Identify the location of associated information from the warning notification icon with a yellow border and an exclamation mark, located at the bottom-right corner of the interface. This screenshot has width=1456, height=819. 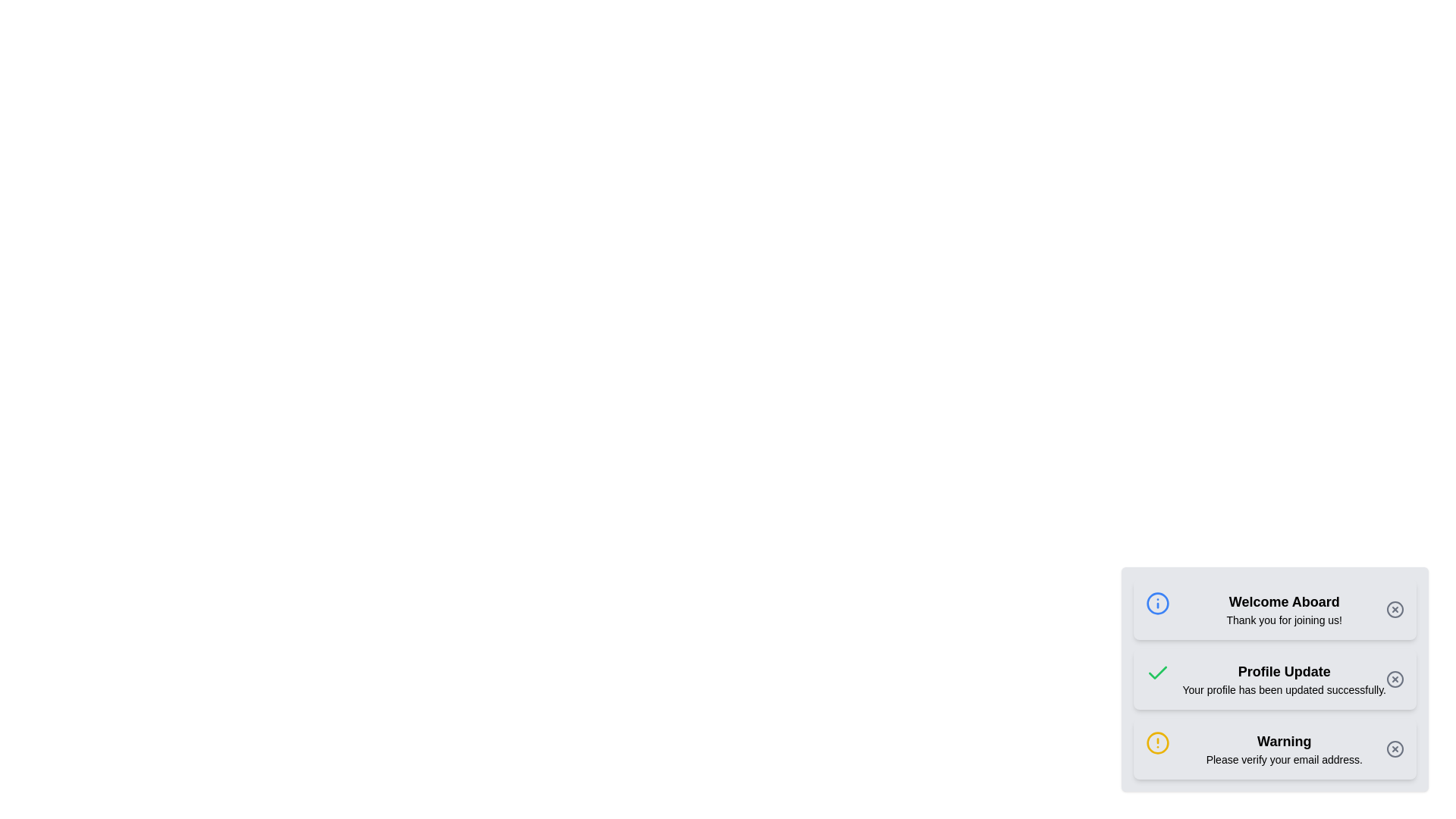
(1157, 742).